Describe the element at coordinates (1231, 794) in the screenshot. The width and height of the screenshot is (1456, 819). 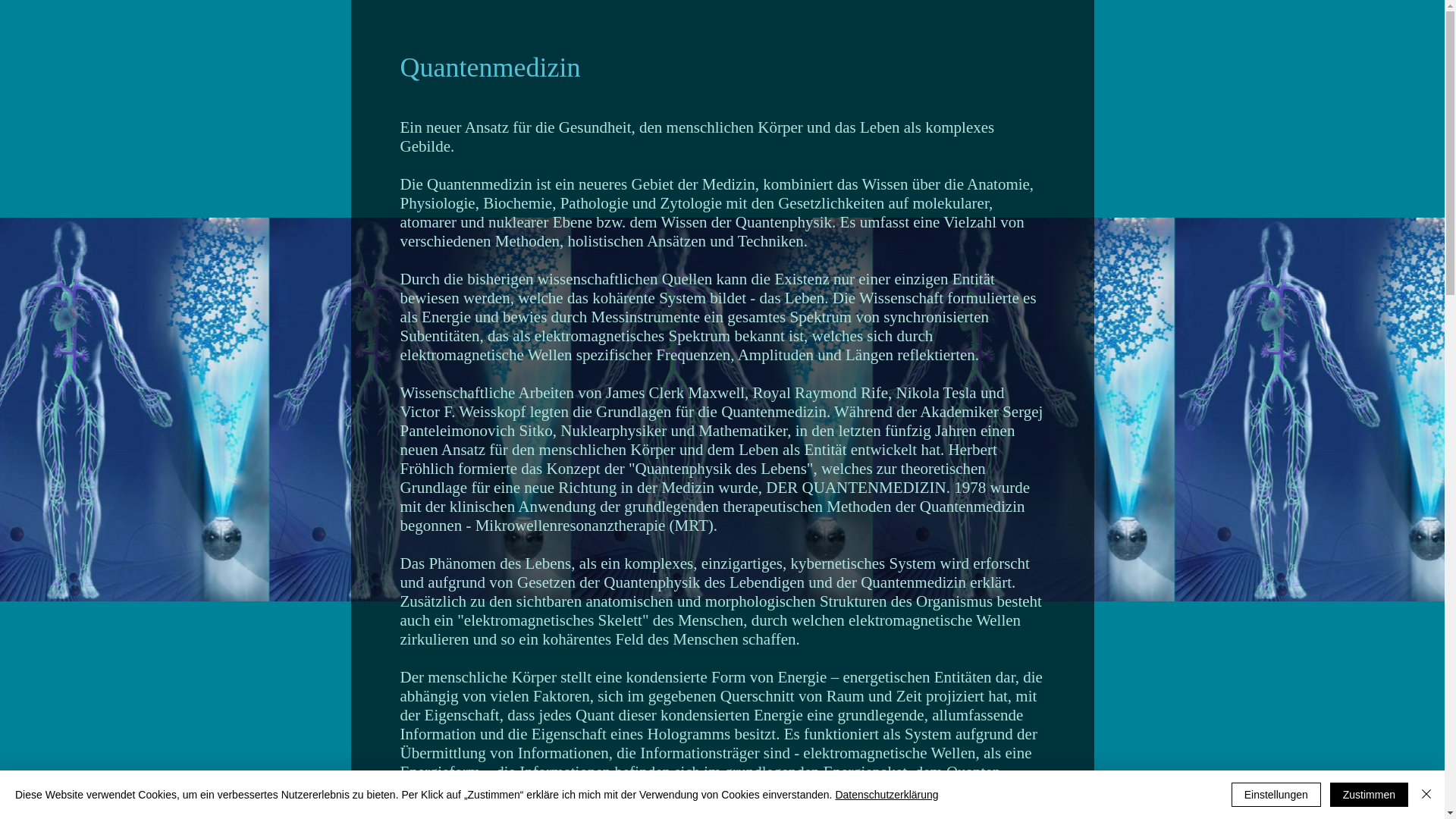
I see `'Einstellungen'` at that location.